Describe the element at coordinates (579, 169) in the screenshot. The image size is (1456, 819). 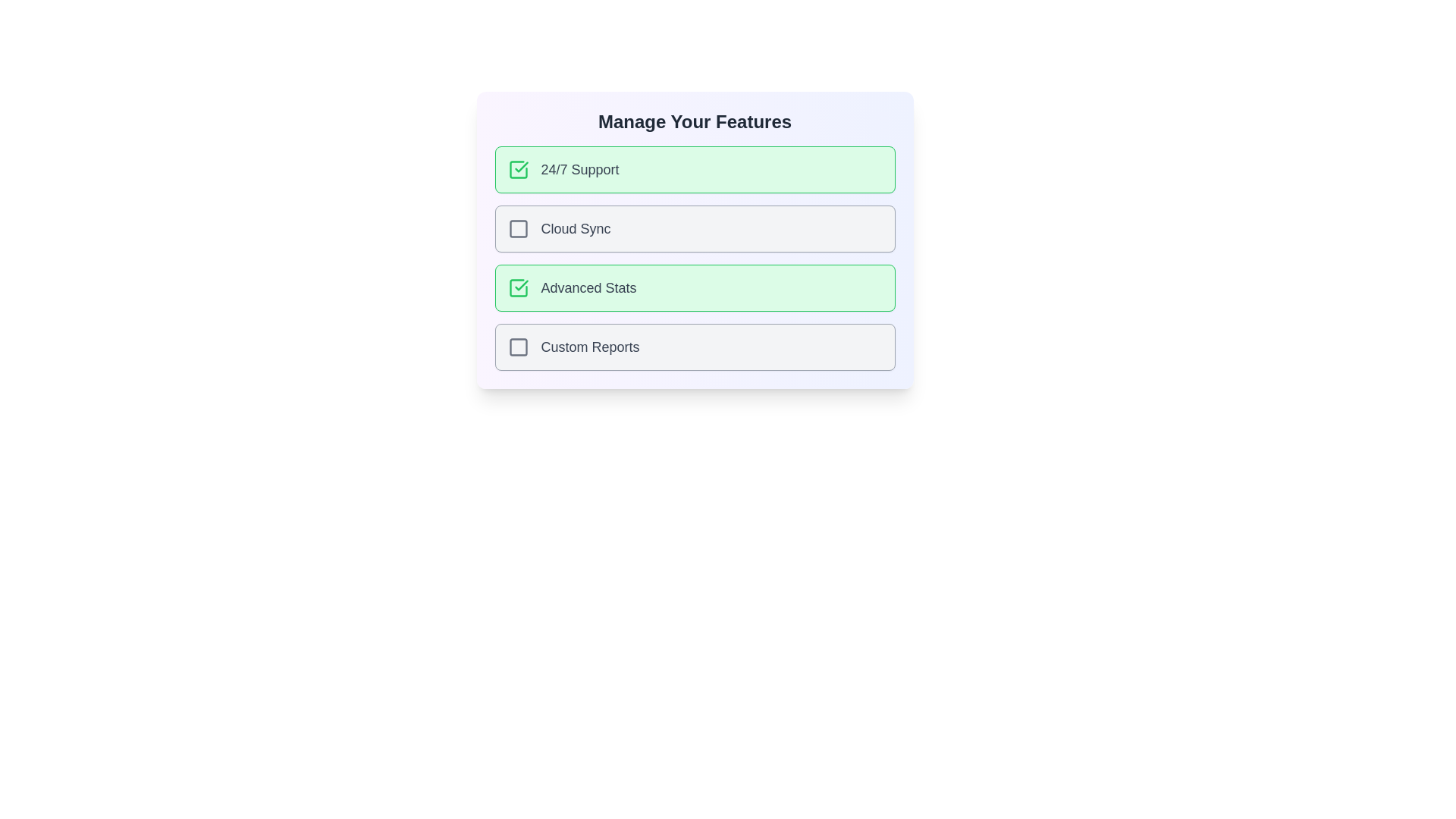
I see `the text label associated with the '24/7 Support' feature to associate it with its respective feature` at that location.